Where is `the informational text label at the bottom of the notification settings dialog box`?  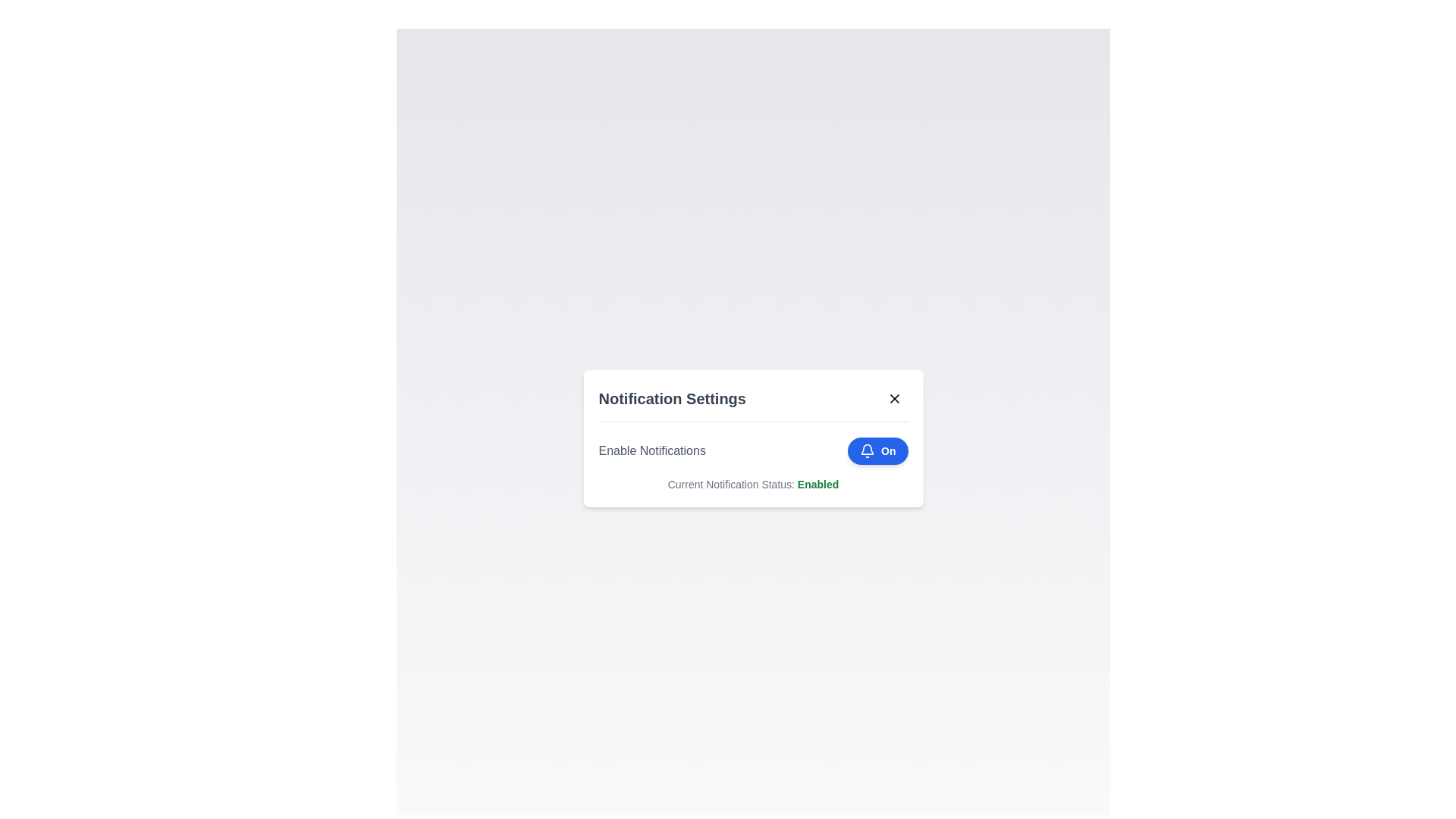
the informational text label at the bottom of the notification settings dialog box is located at coordinates (753, 484).